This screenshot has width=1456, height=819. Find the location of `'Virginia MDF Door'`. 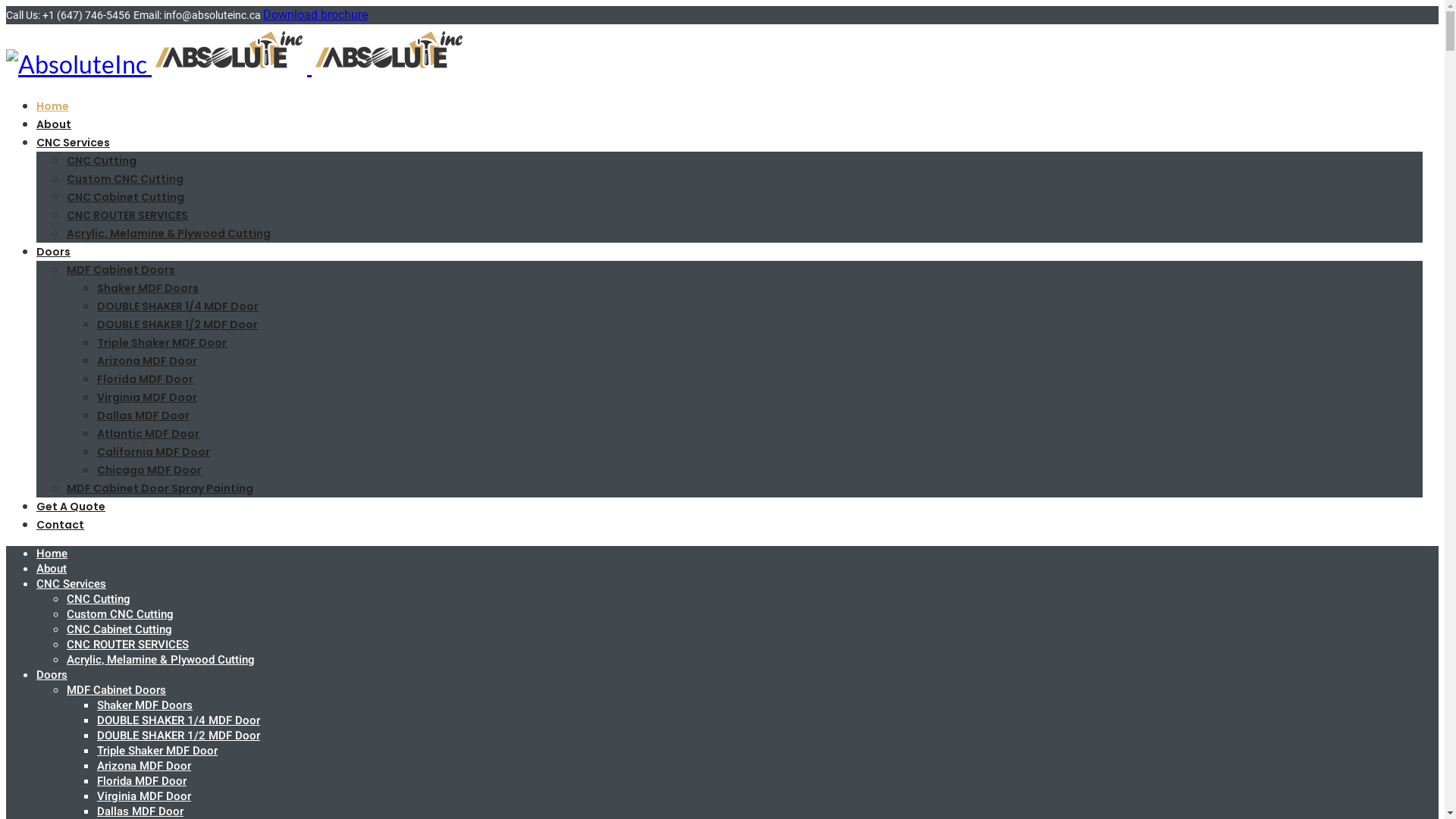

'Virginia MDF Door' is located at coordinates (144, 795).